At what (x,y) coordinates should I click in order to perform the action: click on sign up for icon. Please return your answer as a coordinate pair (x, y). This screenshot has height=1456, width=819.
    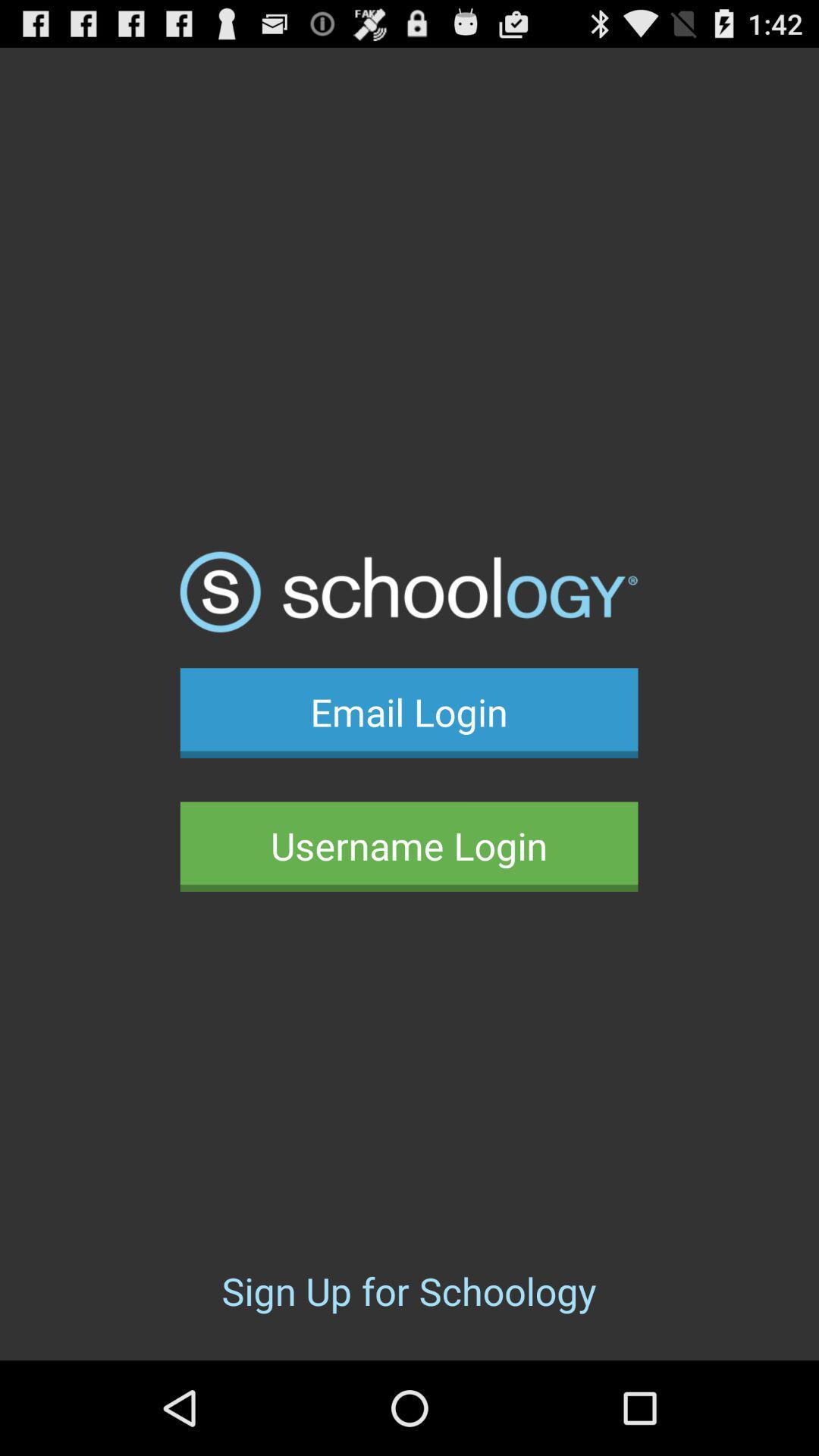
    Looking at the image, I should click on (408, 1290).